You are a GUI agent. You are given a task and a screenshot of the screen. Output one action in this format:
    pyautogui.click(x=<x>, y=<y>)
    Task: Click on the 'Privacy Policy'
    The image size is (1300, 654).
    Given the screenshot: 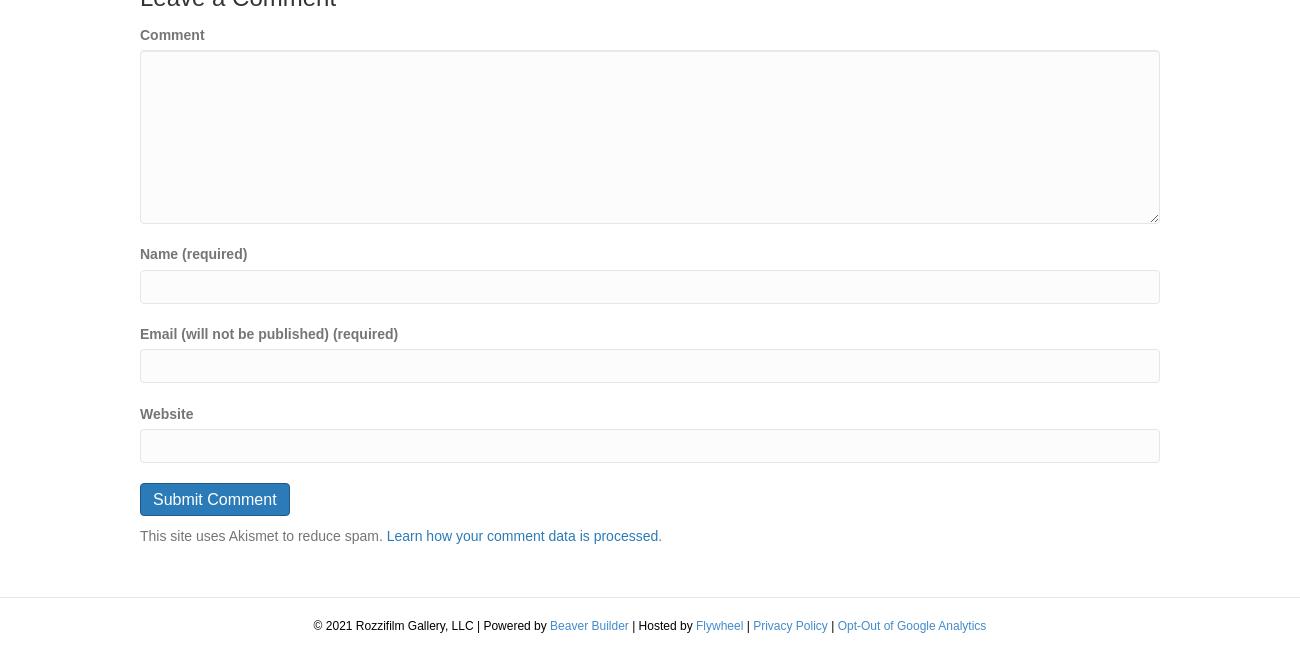 What is the action you would take?
    pyautogui.click(x=752, y=625)
    